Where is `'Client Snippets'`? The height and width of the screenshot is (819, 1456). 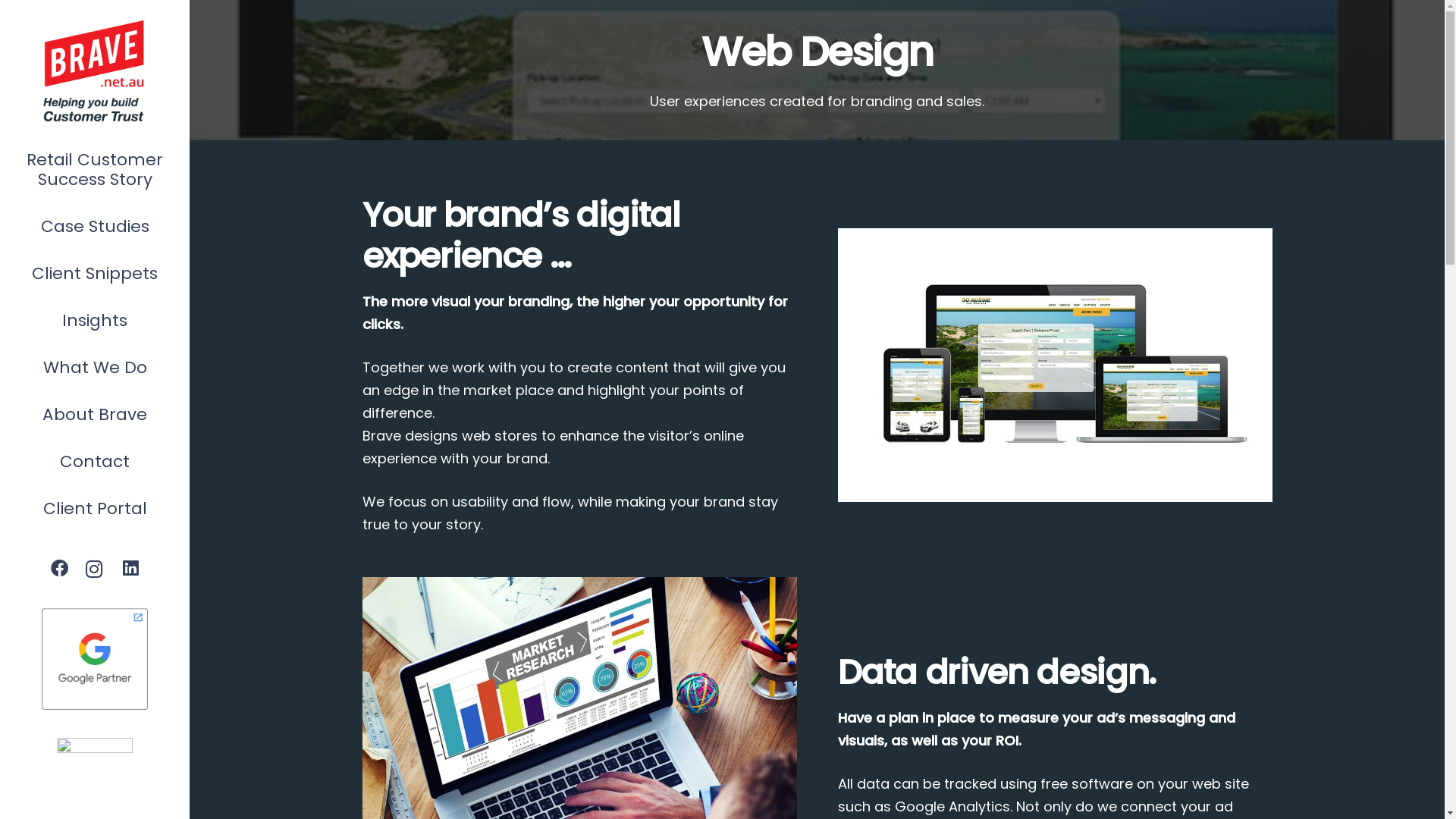 'Client Snippets' is located at coordinates (93, 274).